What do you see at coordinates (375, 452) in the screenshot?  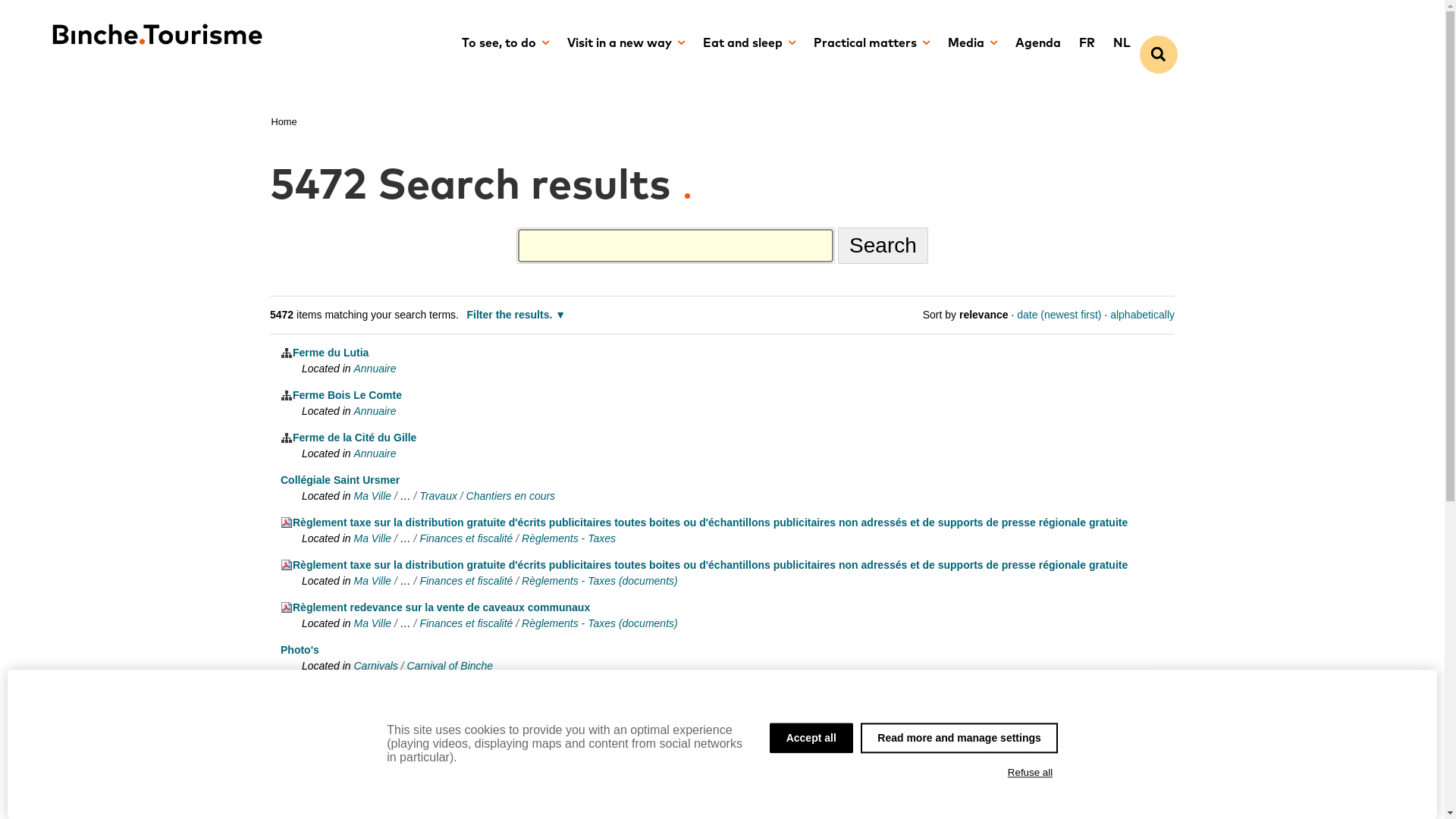 I see `'Annuaire'` at bounding box center [375, 452].